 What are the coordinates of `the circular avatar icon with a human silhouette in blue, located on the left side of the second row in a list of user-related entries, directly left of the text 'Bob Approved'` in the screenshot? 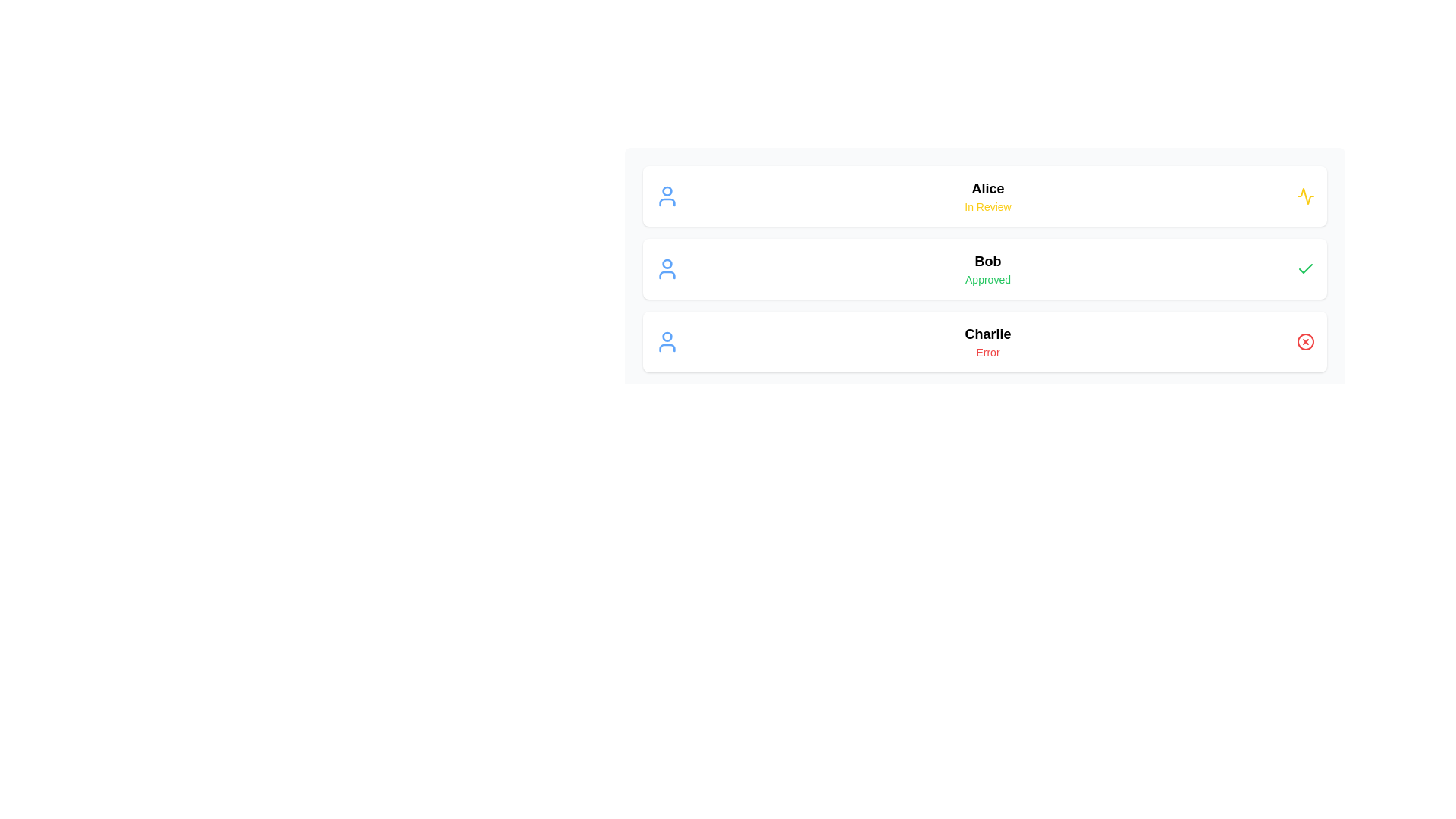 It's located at (667, 268).